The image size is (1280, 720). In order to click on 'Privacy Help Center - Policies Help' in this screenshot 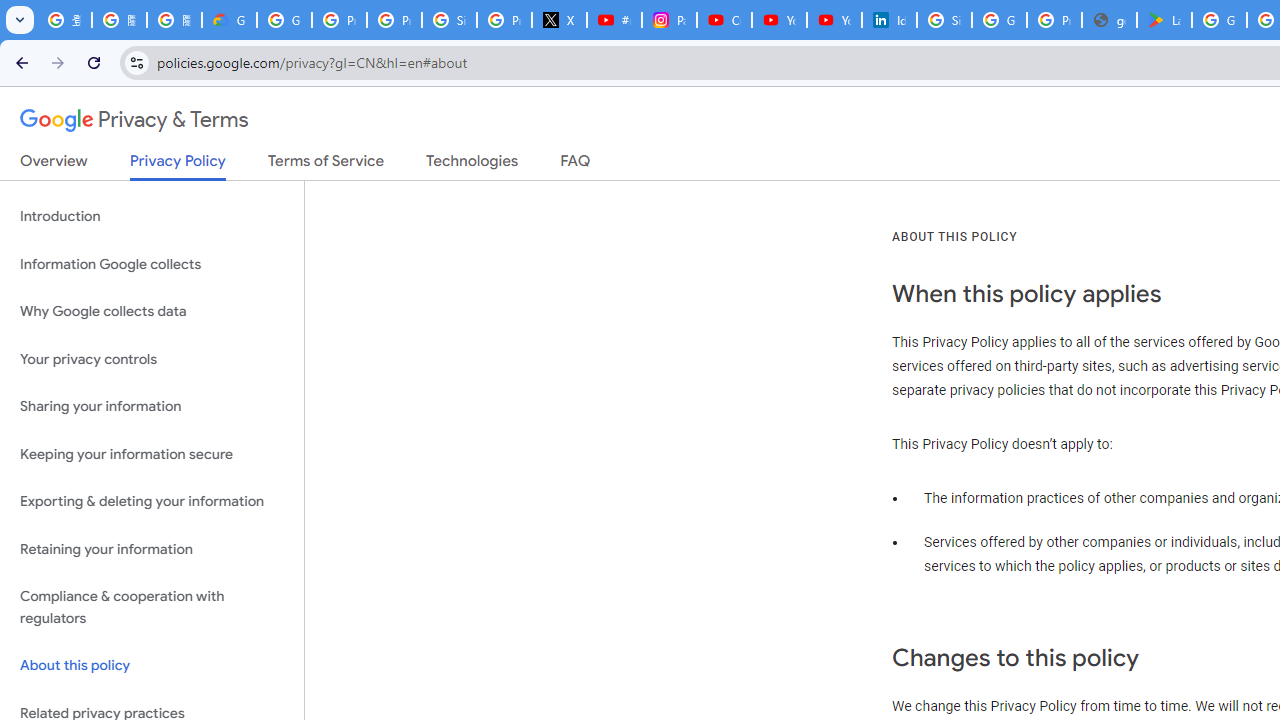, I will do `click(394, 20)`.